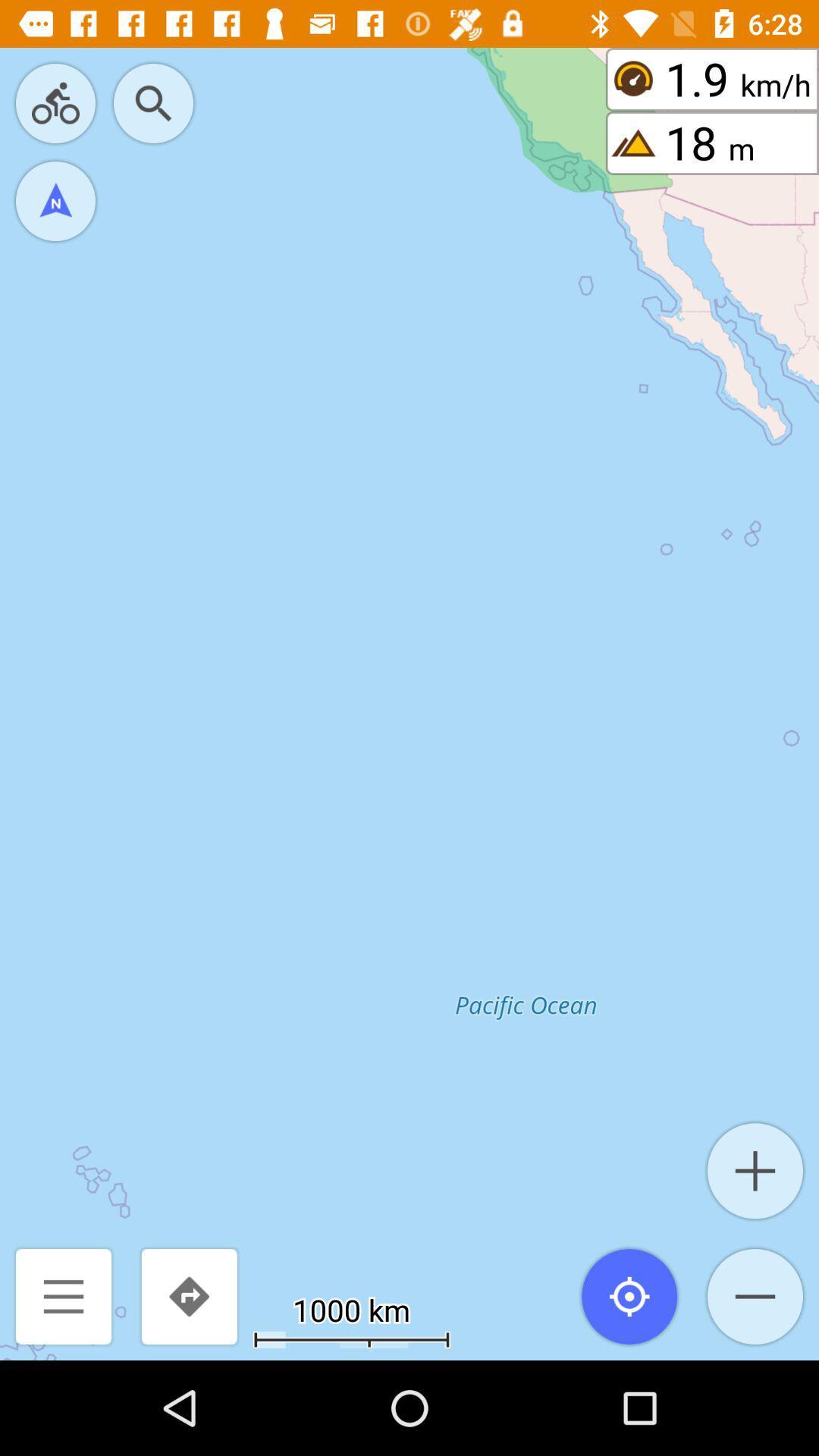 This screenshot has height=1456, width=819. I want to click on the navigation icon, so click(55, 200).